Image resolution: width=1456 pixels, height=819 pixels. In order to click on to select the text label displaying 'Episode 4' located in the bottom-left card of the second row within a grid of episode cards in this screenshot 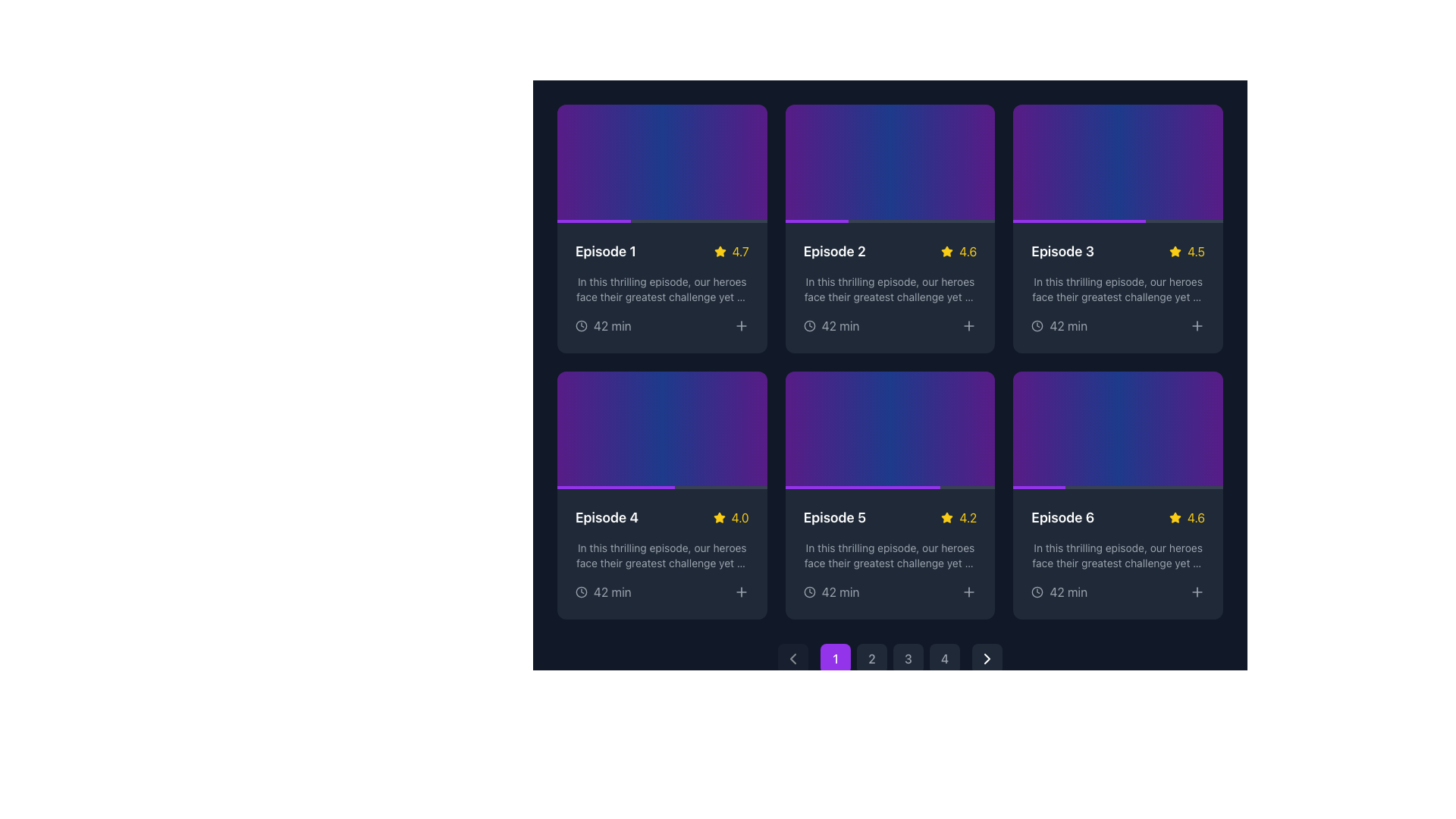, I will do `click(607, 517)`.